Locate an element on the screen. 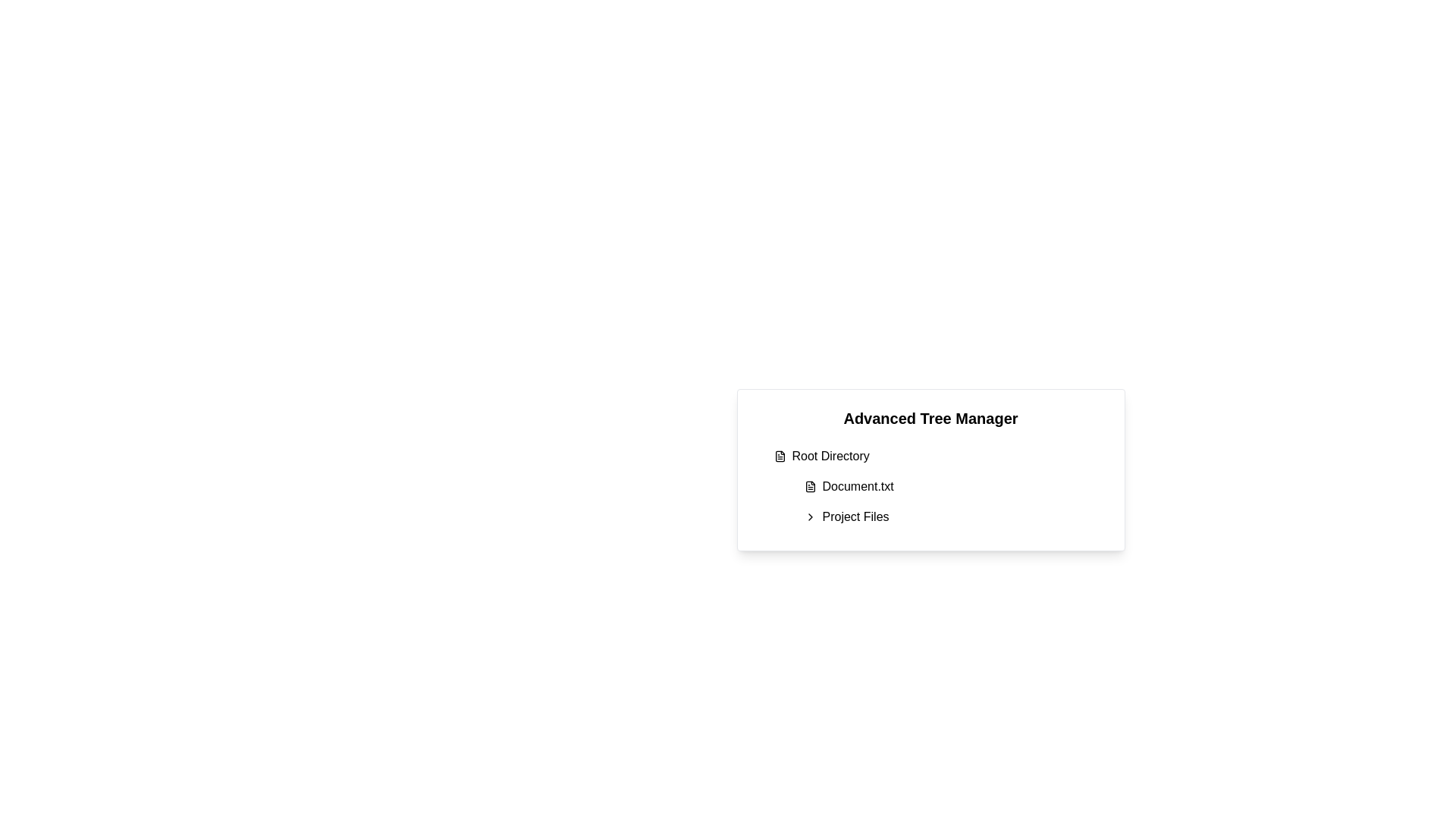  the 'Root Directory' icon located at the top-left corner of the 'Root Directory' section, adjacent to the 'Root Directory' label for visual cues is located at coordinates (780, 455).